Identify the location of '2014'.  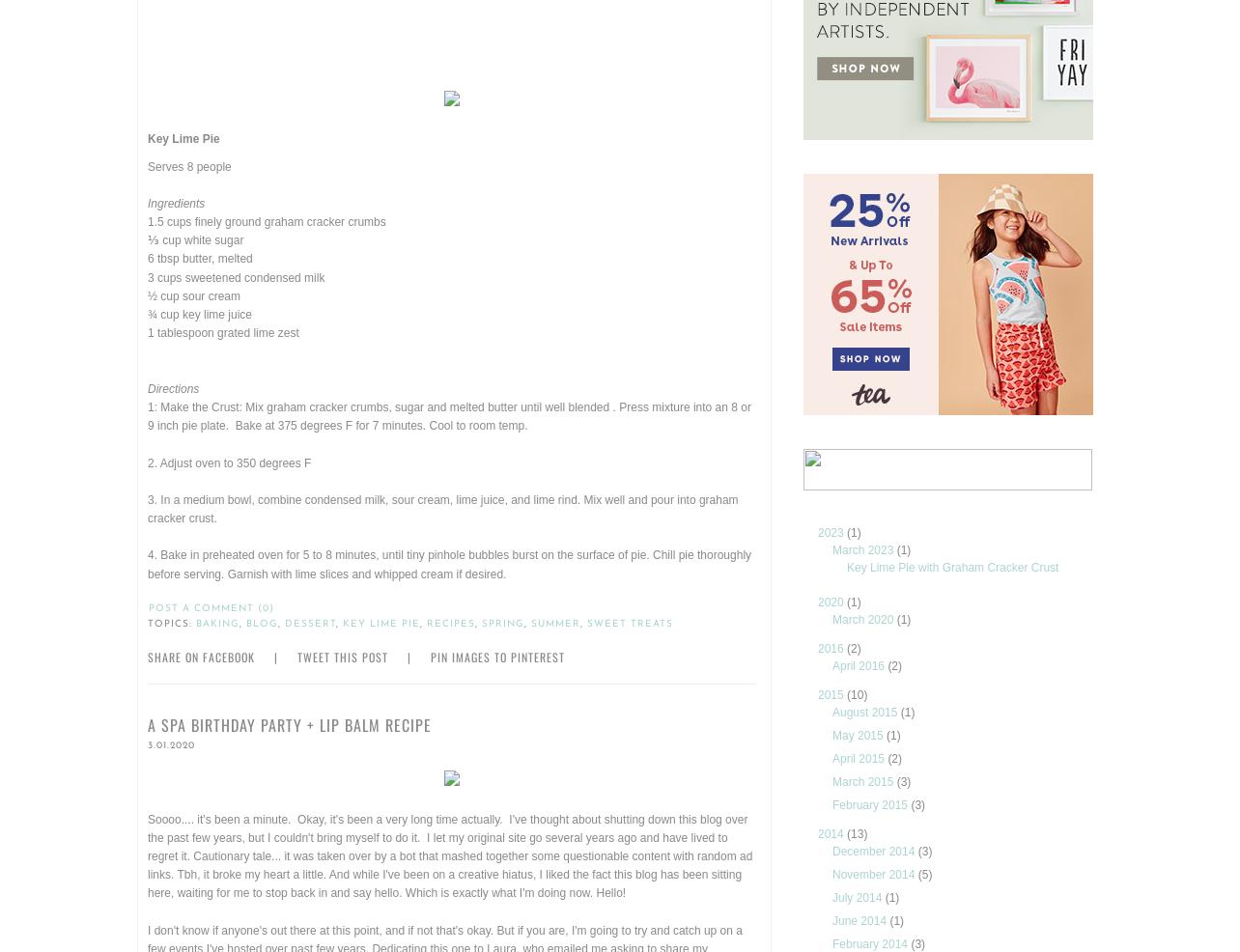
(831, 833).